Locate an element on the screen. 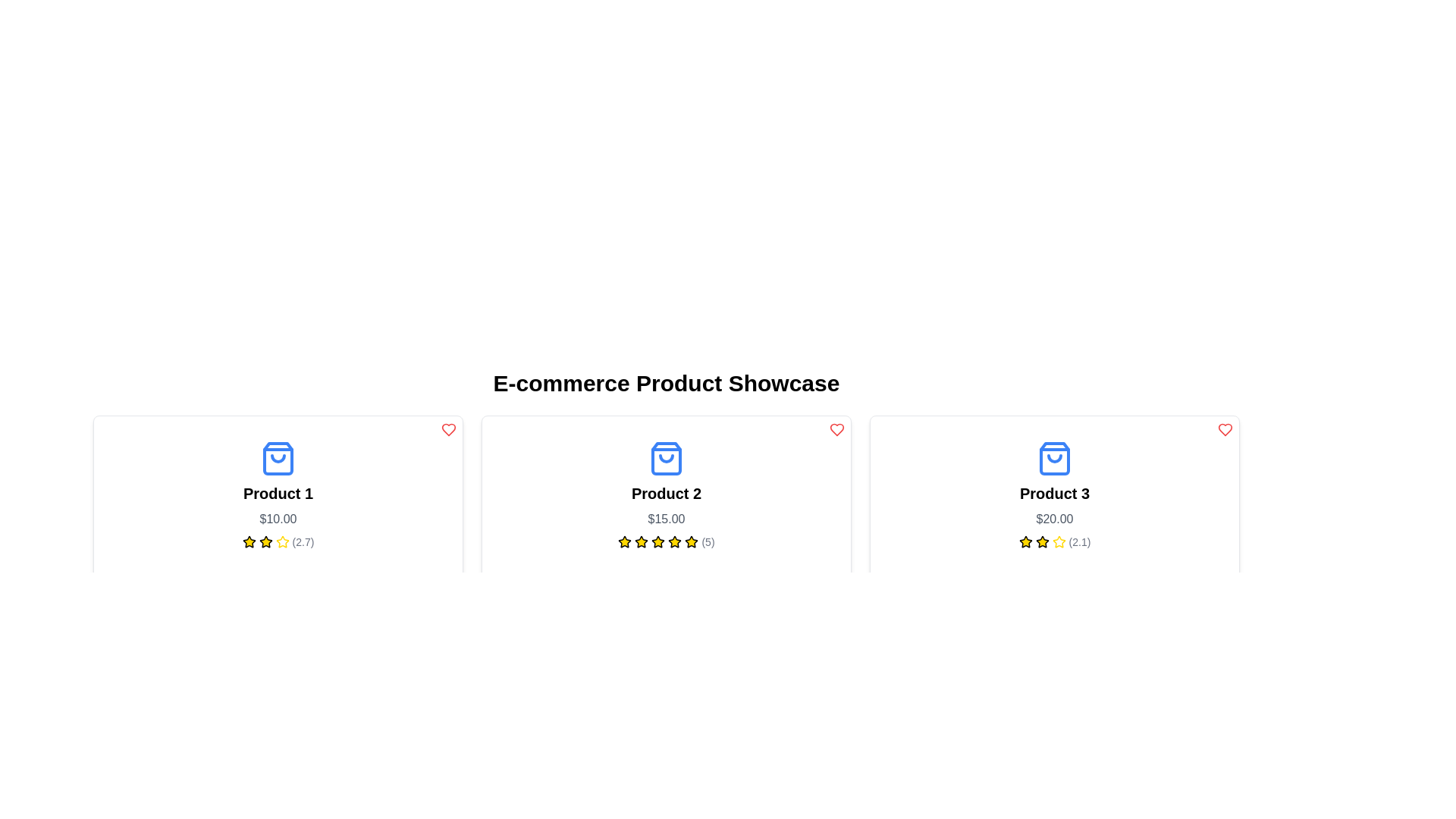 The height and width of the screenshot is (819, 1456). the second star icon is located at coordinates (282, 541).